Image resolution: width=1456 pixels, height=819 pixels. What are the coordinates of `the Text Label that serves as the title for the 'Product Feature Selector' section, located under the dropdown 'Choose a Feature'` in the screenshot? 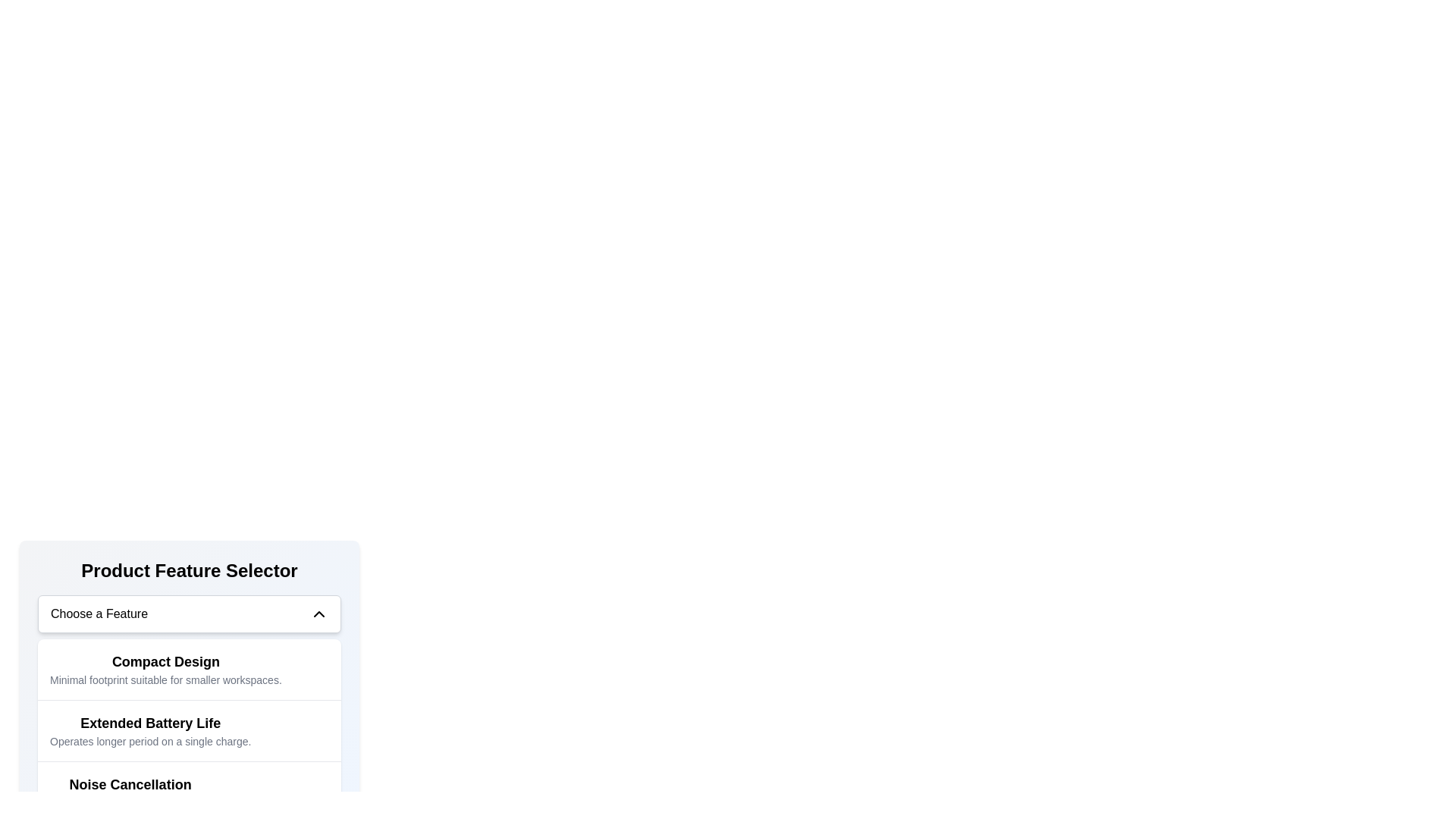 It's located at (165, 661).